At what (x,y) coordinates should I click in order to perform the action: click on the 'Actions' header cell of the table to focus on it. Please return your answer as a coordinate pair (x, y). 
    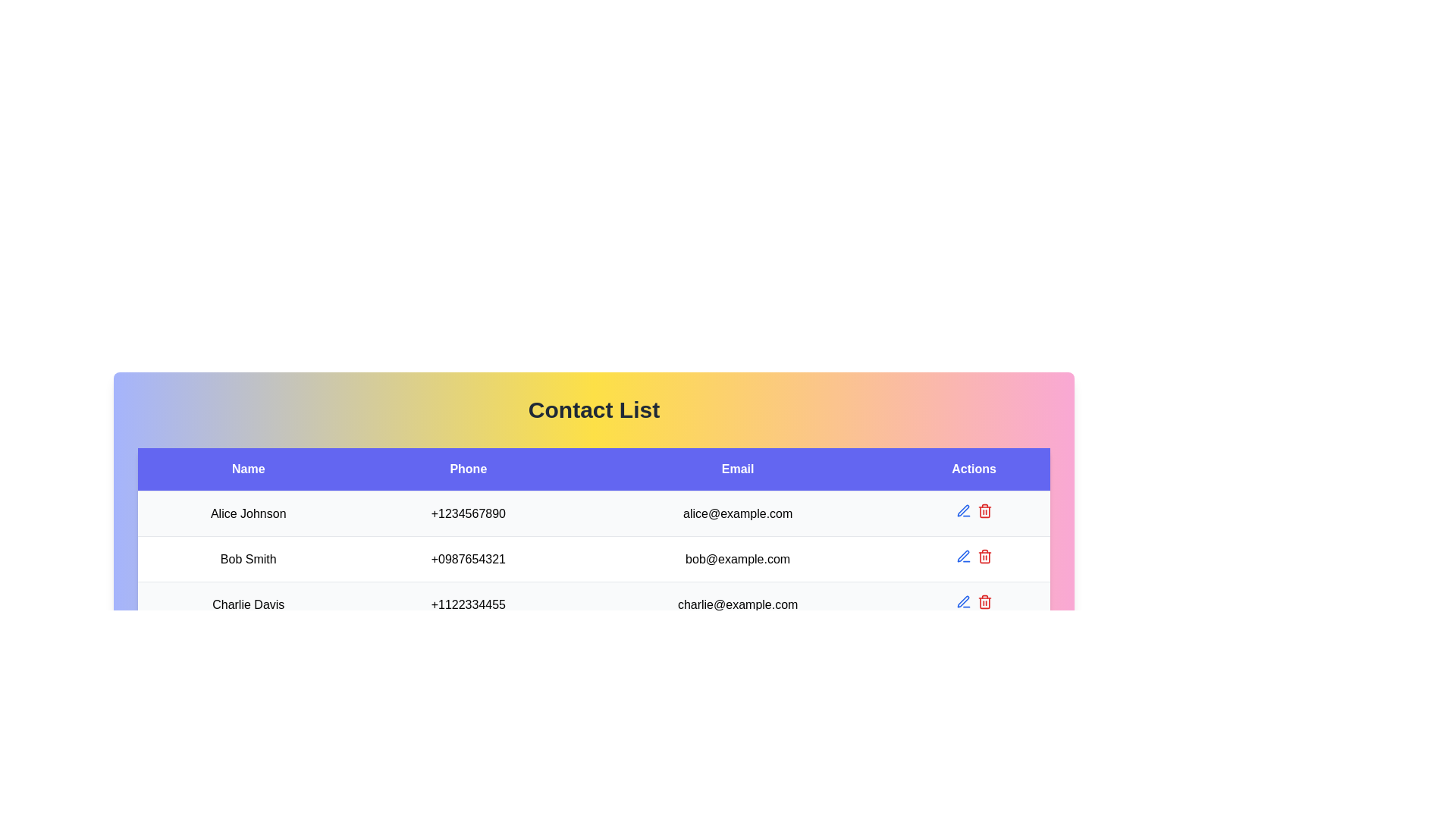
    Looking at the image, I should click on (973, 468).